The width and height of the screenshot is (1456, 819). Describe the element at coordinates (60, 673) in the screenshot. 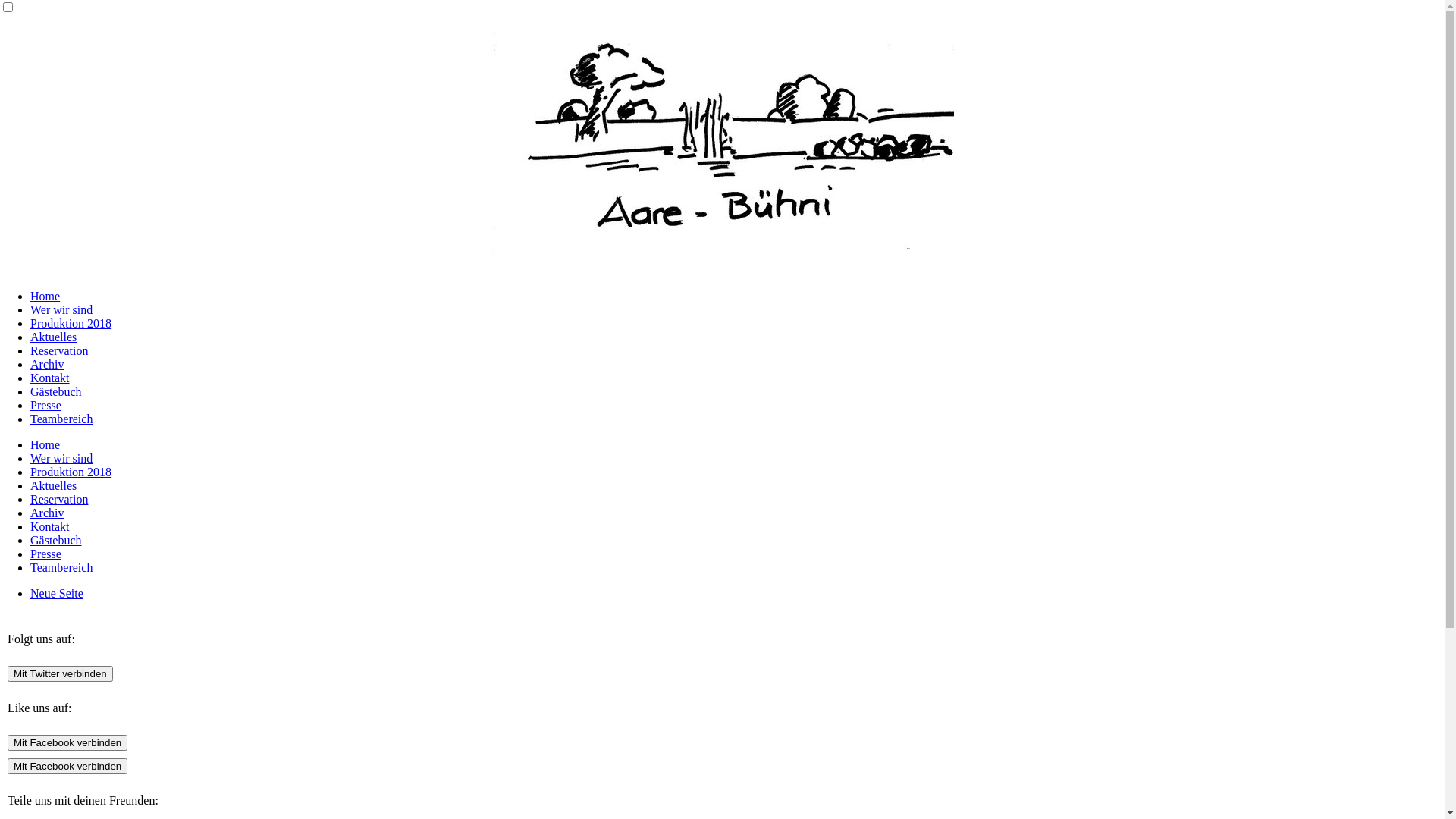

I see `'Mit Twitter verbinden'` at that location.